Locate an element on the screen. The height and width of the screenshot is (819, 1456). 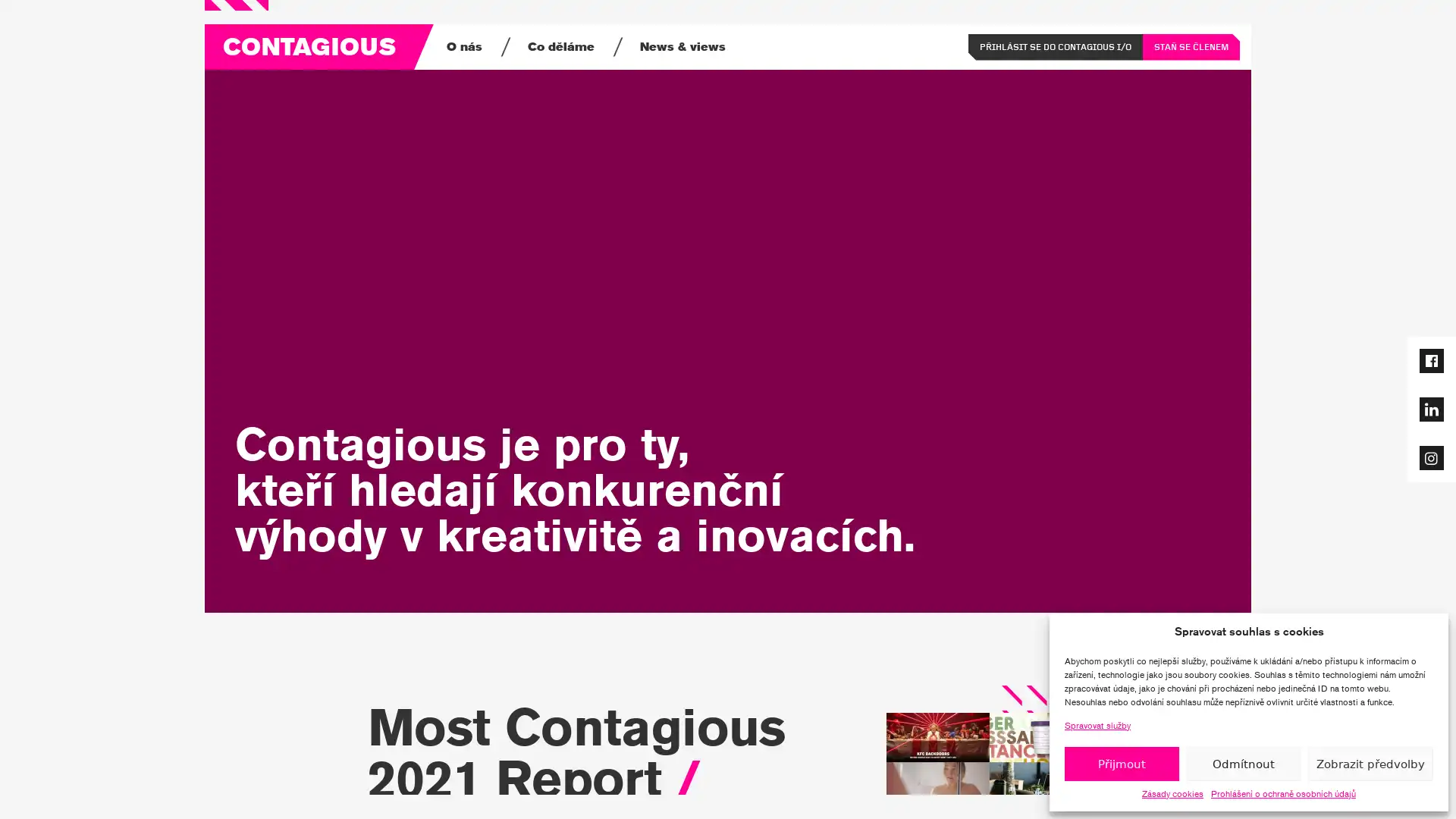
Odmitnout is located at coordinates (1243, 764).